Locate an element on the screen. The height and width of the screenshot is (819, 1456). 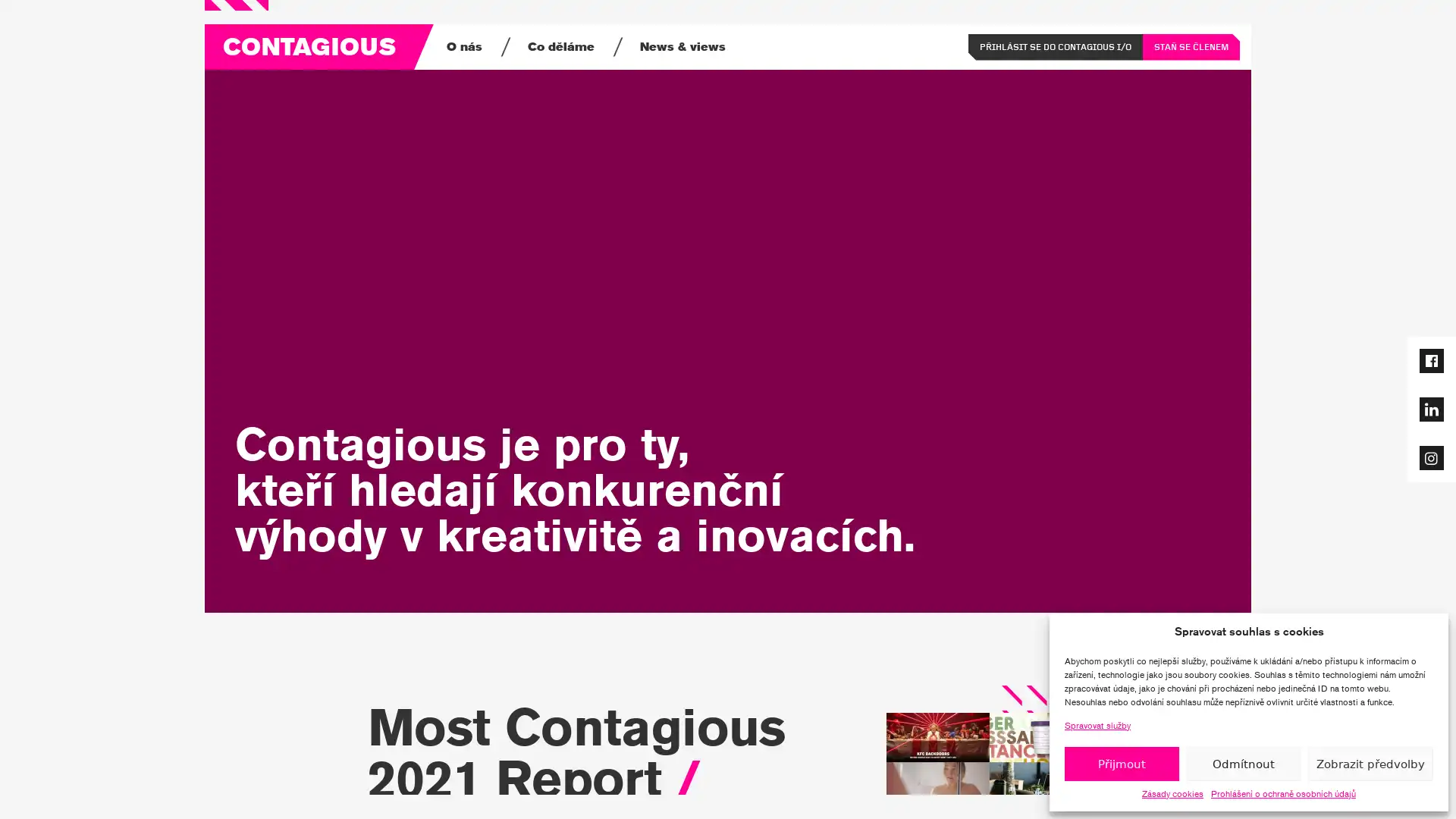
Odmitnout is located at coordinates (1243, 764).